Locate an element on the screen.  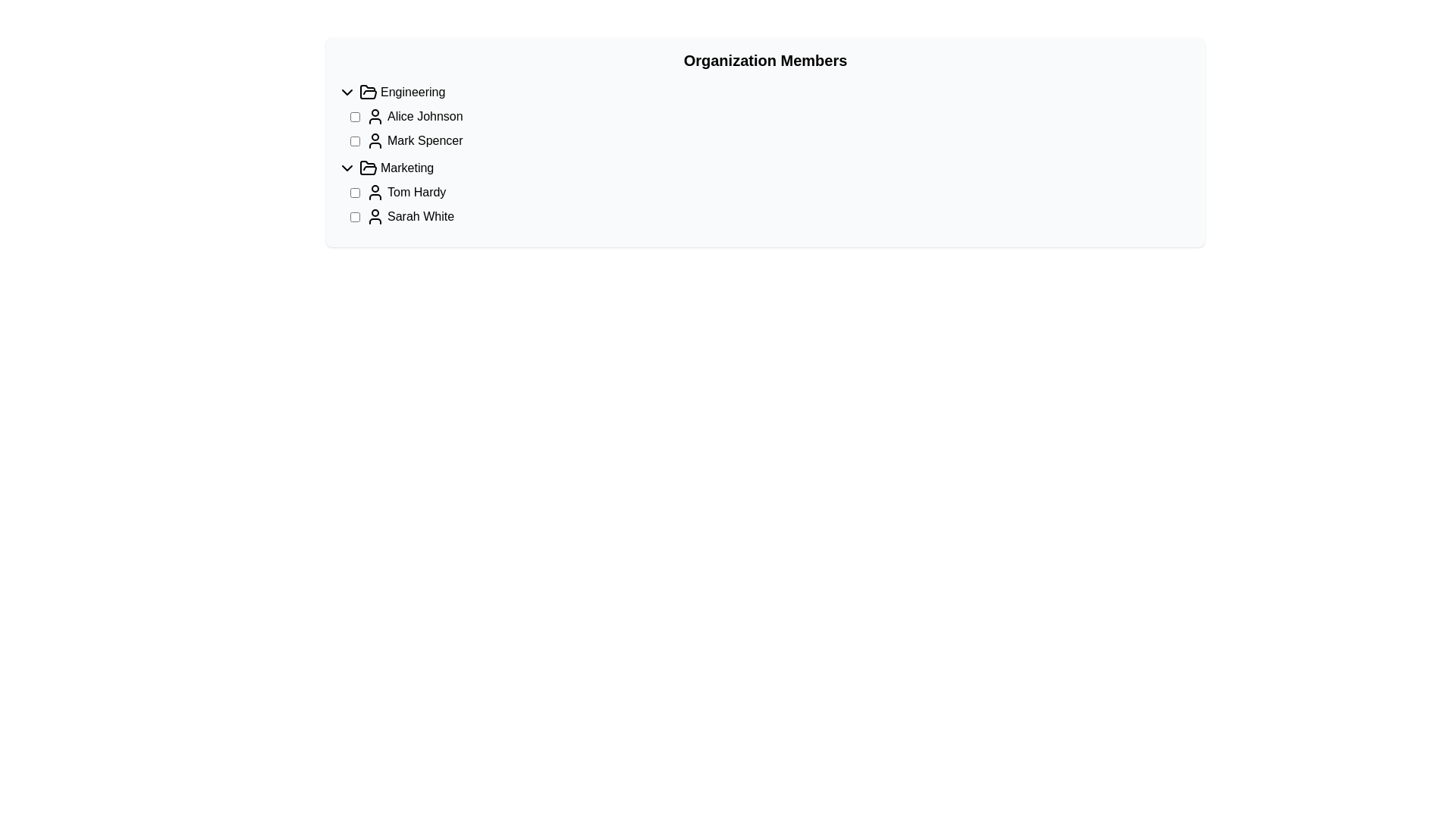
the folder icon associated with the 'Engineering' section label is located at coordinates (413, 93).